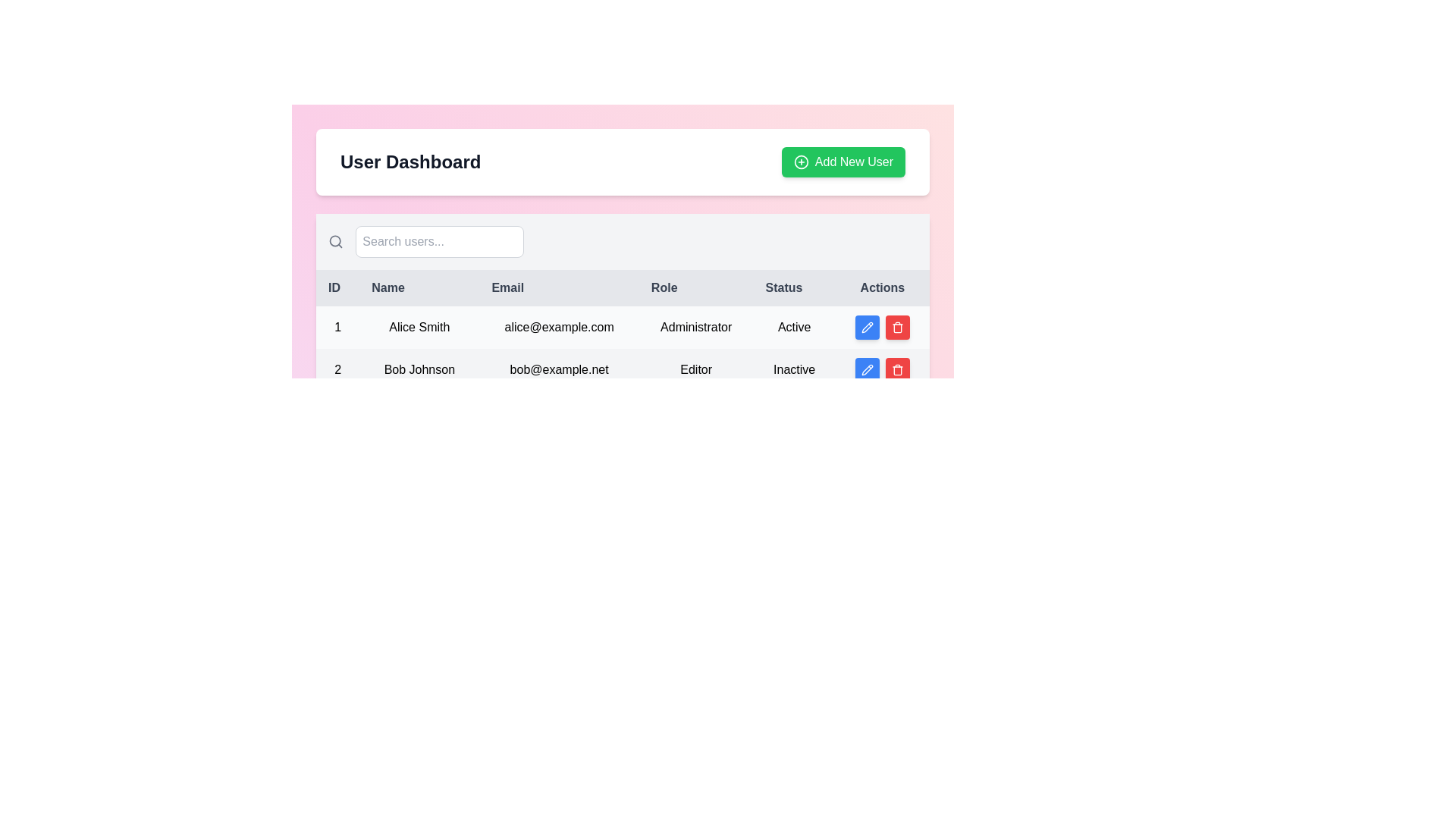 The image size is (1456, 819). Describe the element at coordinates (558, 370) in the screenshot. I see `the static text block displaying the user's email address in the third cell of the second row of the table` at that location.